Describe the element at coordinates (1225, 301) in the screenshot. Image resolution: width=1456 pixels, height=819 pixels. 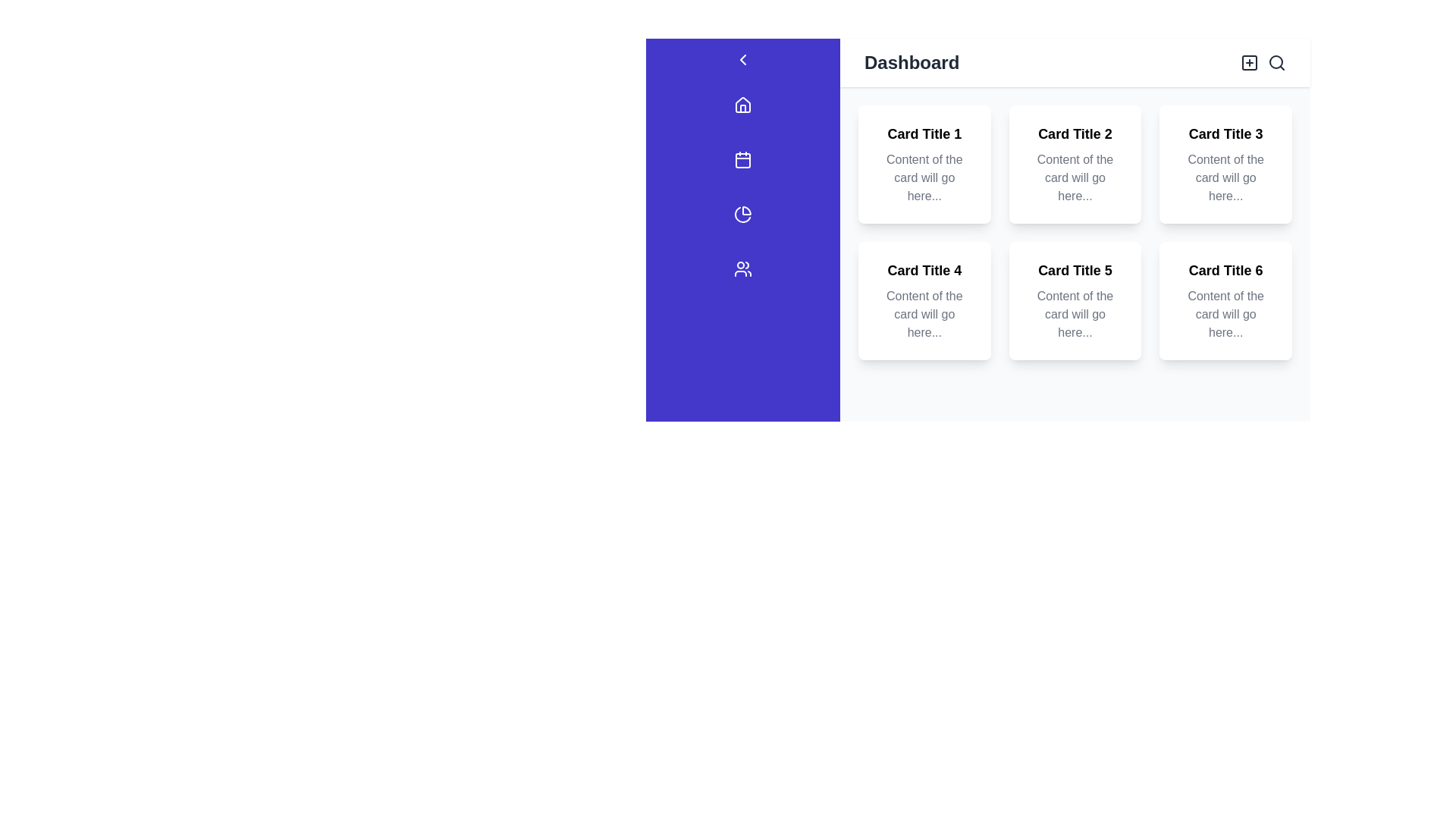
I see `the content card located at the bottom-right corner of the 3-column grid layout, specifically the sixth card in the sequence with no direct interaction functionality` at that location.